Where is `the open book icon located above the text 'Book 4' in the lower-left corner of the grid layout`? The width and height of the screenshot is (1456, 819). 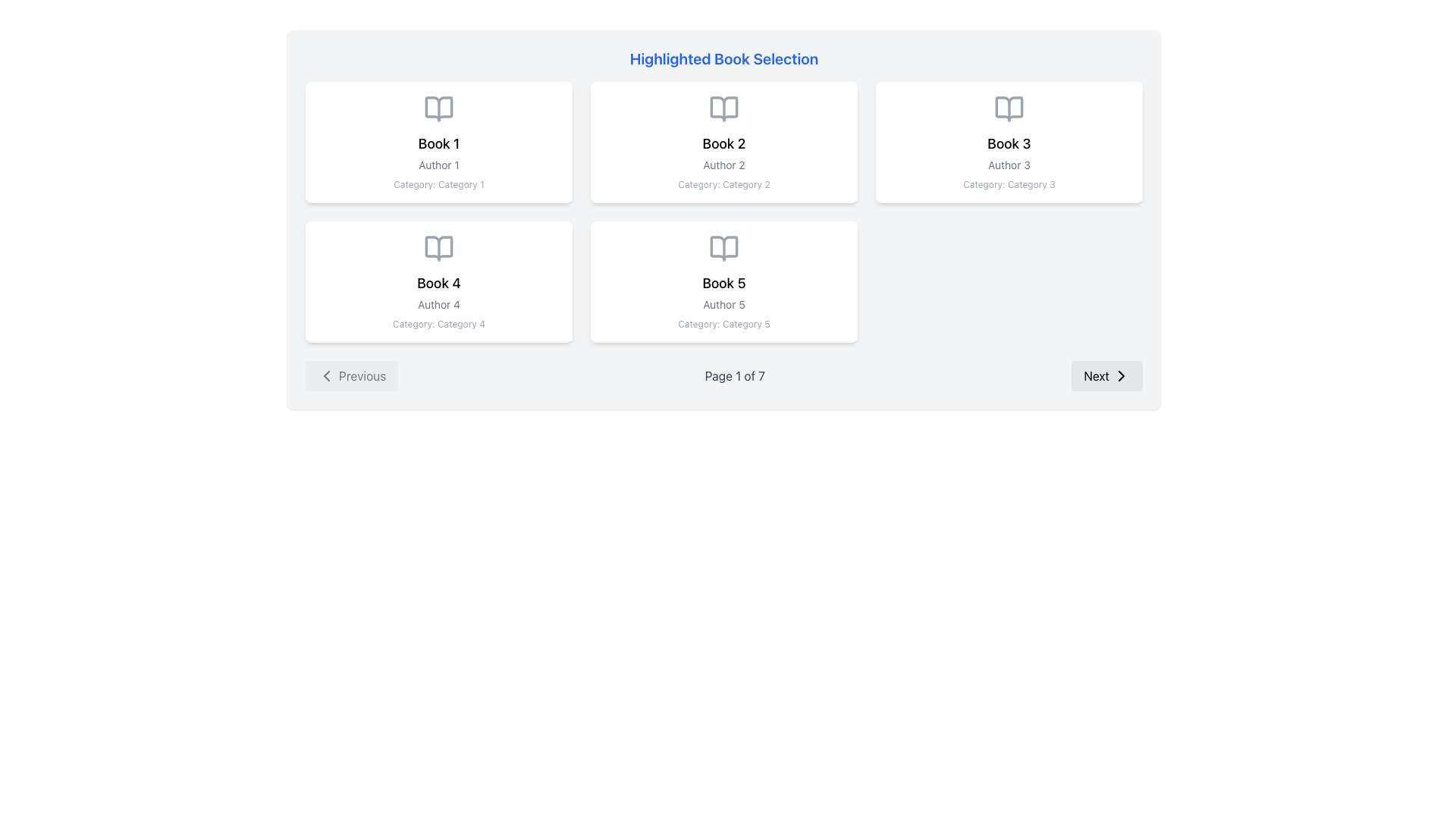 the open book icon located above the text 'Book 4' in the lower-left corner of the grid layout is located at coordinates (438, 247).